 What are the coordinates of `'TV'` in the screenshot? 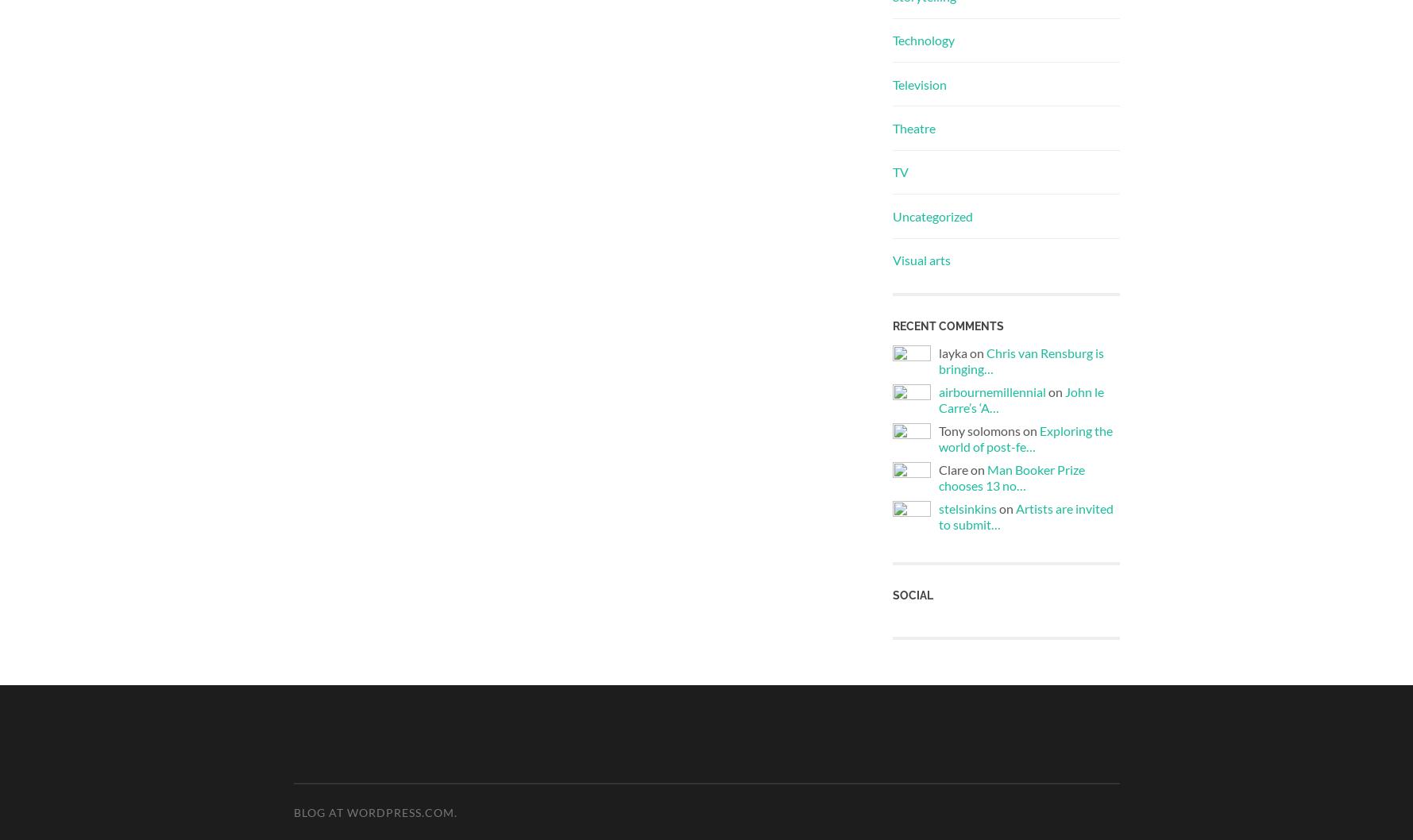 It's located at (900, 171).